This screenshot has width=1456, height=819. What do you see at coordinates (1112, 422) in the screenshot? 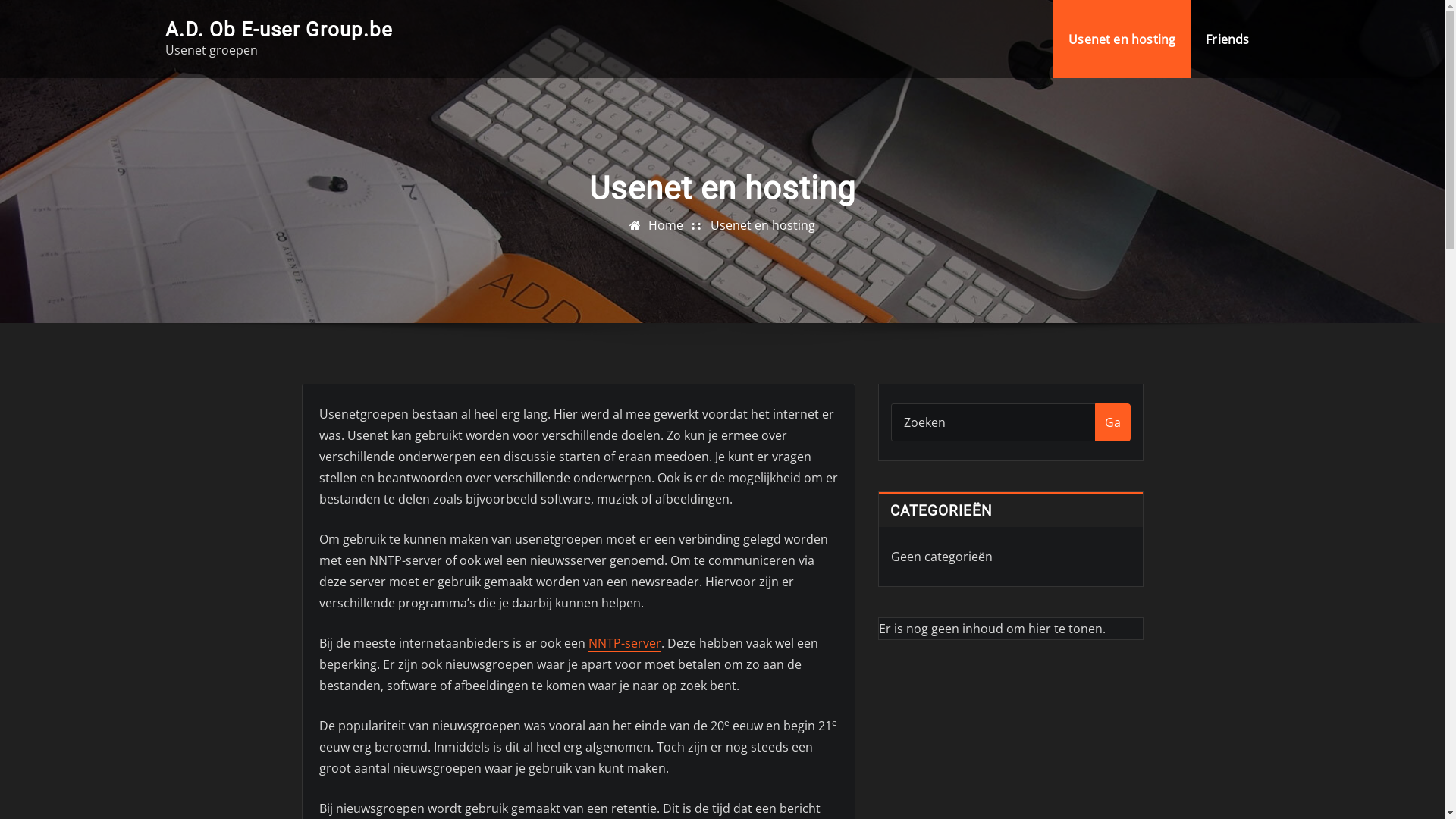
I see `'Ga'` at bounding box center [1112, 422].